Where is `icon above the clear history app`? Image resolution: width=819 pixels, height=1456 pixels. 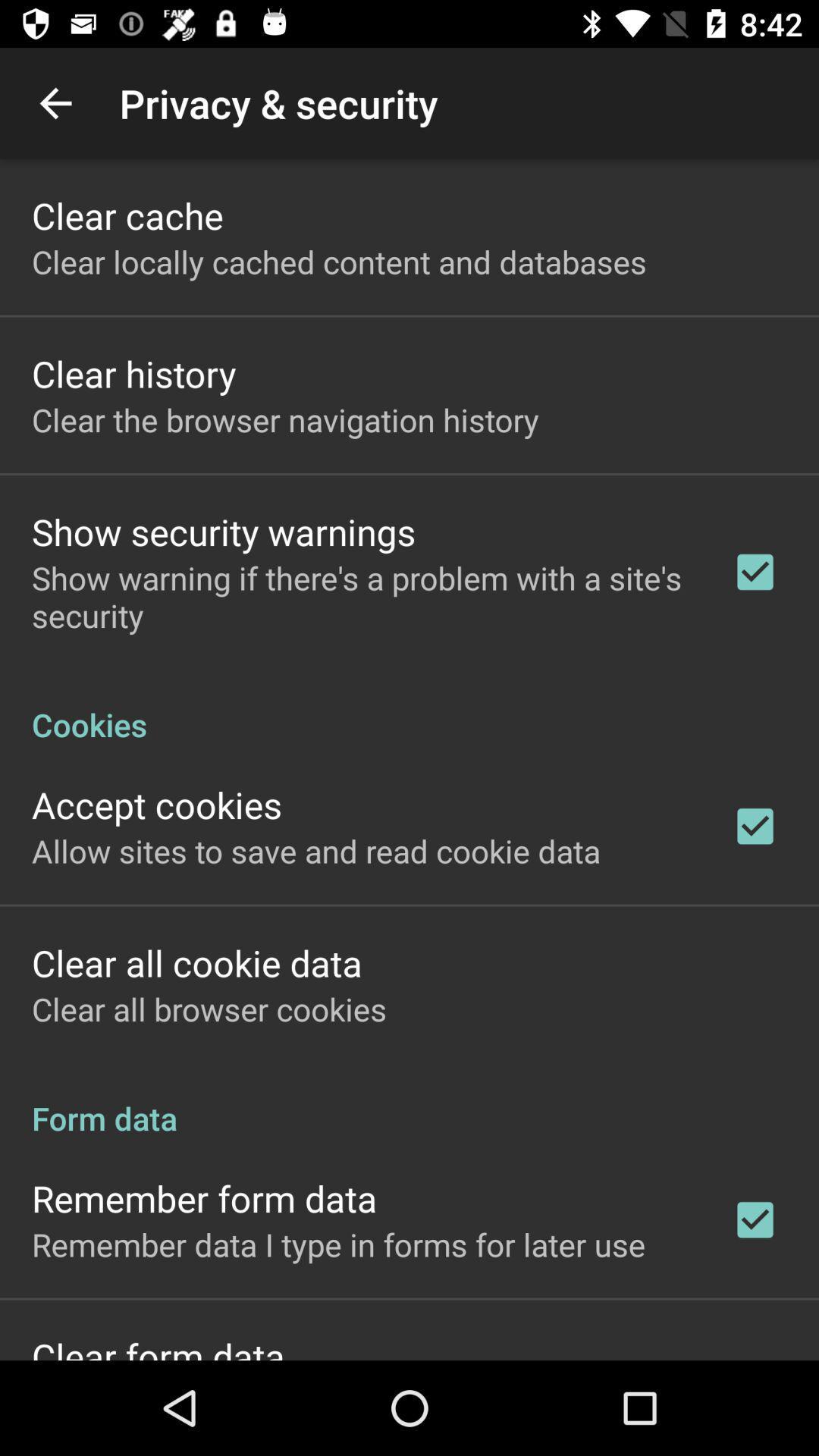 icon above the clear history app is located at coordinates (338, 262).